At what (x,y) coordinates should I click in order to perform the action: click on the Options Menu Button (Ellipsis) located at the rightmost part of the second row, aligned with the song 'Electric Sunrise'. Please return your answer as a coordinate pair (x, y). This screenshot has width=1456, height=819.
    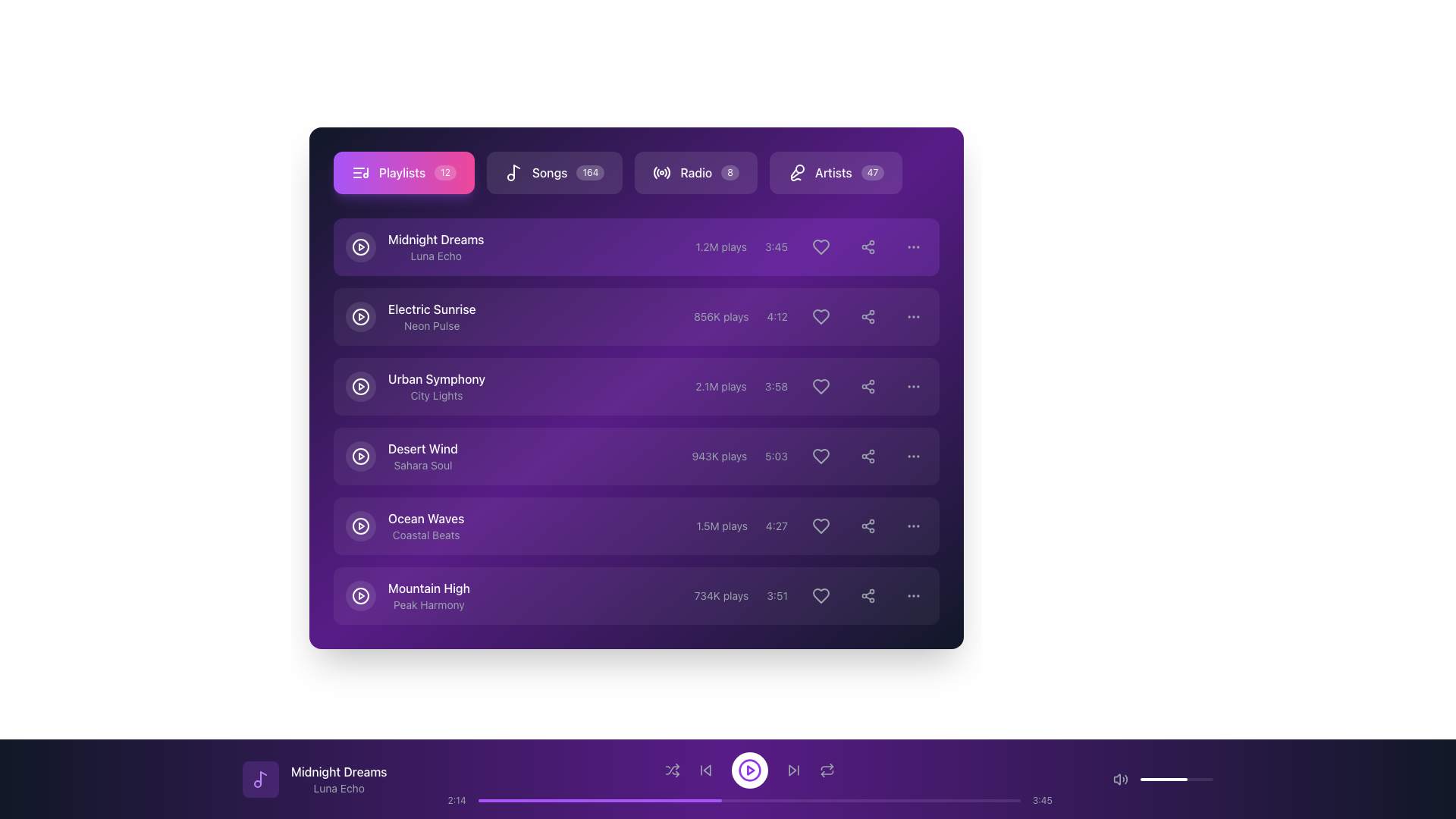
    Looking at the image, I should click on (912, 315).